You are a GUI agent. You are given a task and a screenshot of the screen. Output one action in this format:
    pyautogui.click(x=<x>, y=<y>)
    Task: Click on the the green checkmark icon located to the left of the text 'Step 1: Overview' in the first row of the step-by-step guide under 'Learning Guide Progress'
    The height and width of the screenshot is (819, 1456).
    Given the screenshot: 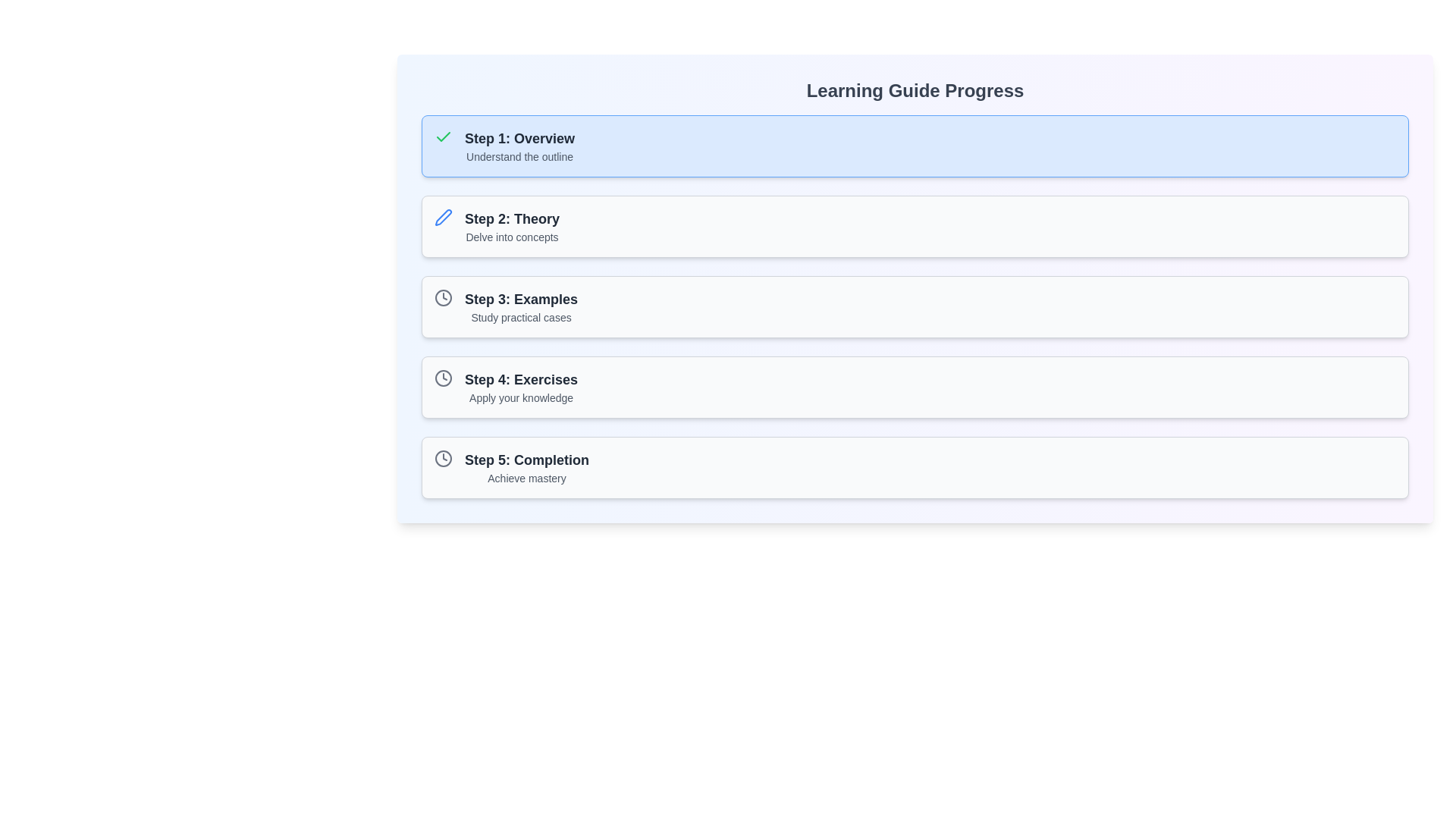 What is the action you would take?
    pyautogui.click(x=443, y=137)
    